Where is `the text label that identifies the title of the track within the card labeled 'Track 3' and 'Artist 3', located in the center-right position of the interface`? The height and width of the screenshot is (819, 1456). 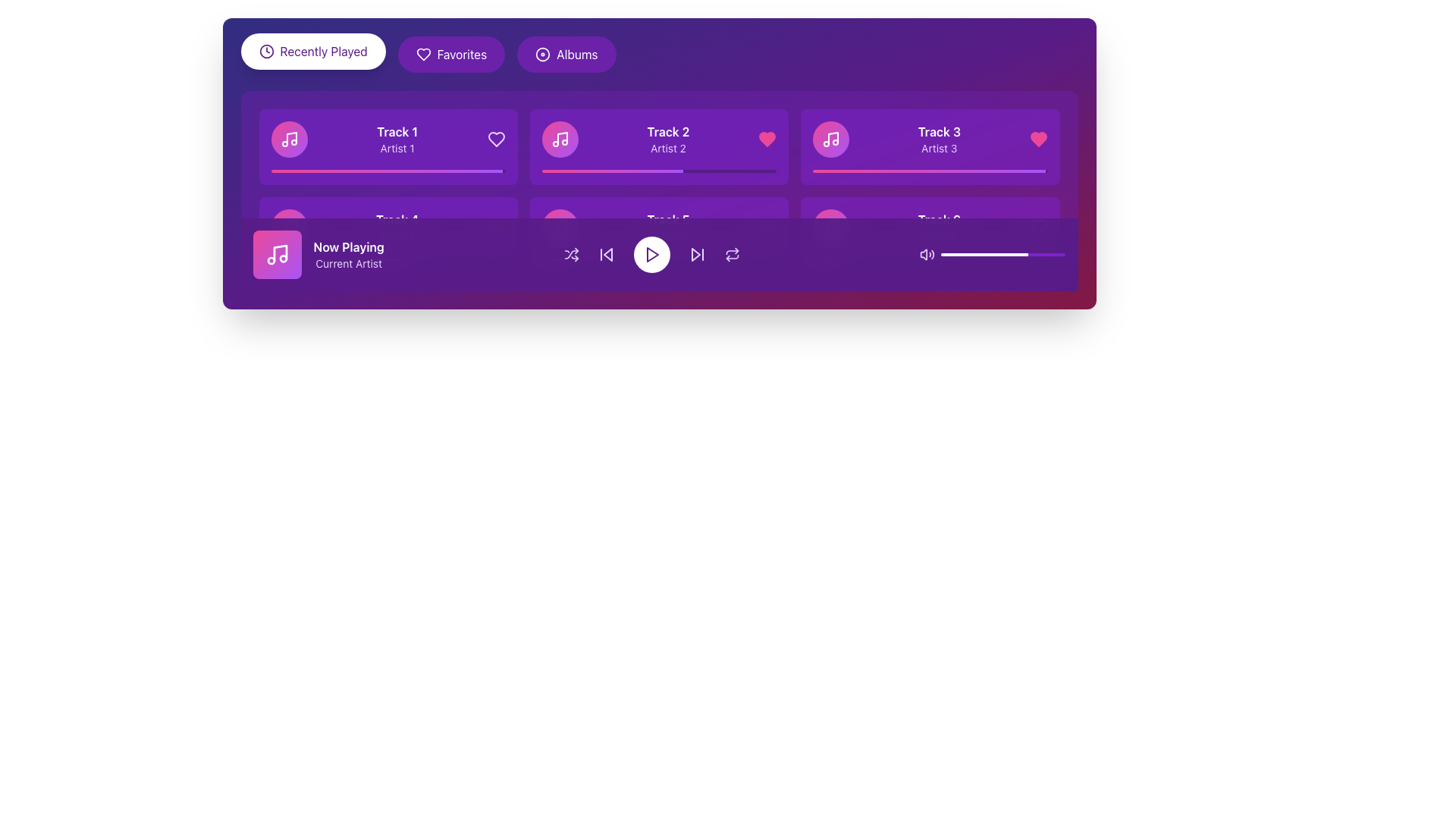
the text label that identifies the title of the track within the card labeled 'Track 3' and 'Artist 3', located in the center-right position of the interface is located at coordinates (938, 130).